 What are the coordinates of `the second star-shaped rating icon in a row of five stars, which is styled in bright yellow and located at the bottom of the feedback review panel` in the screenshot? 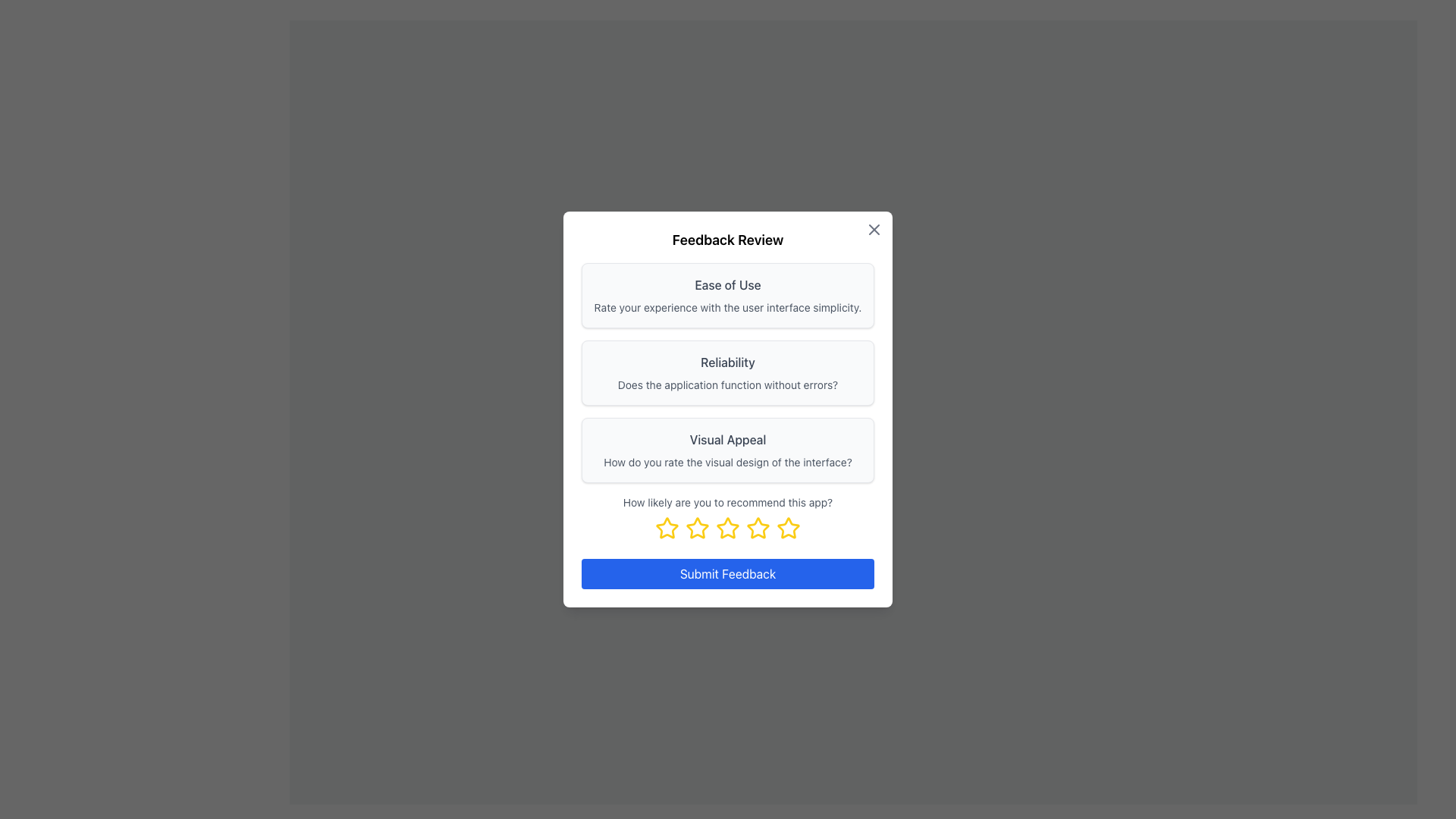 It's located at (697, 528).